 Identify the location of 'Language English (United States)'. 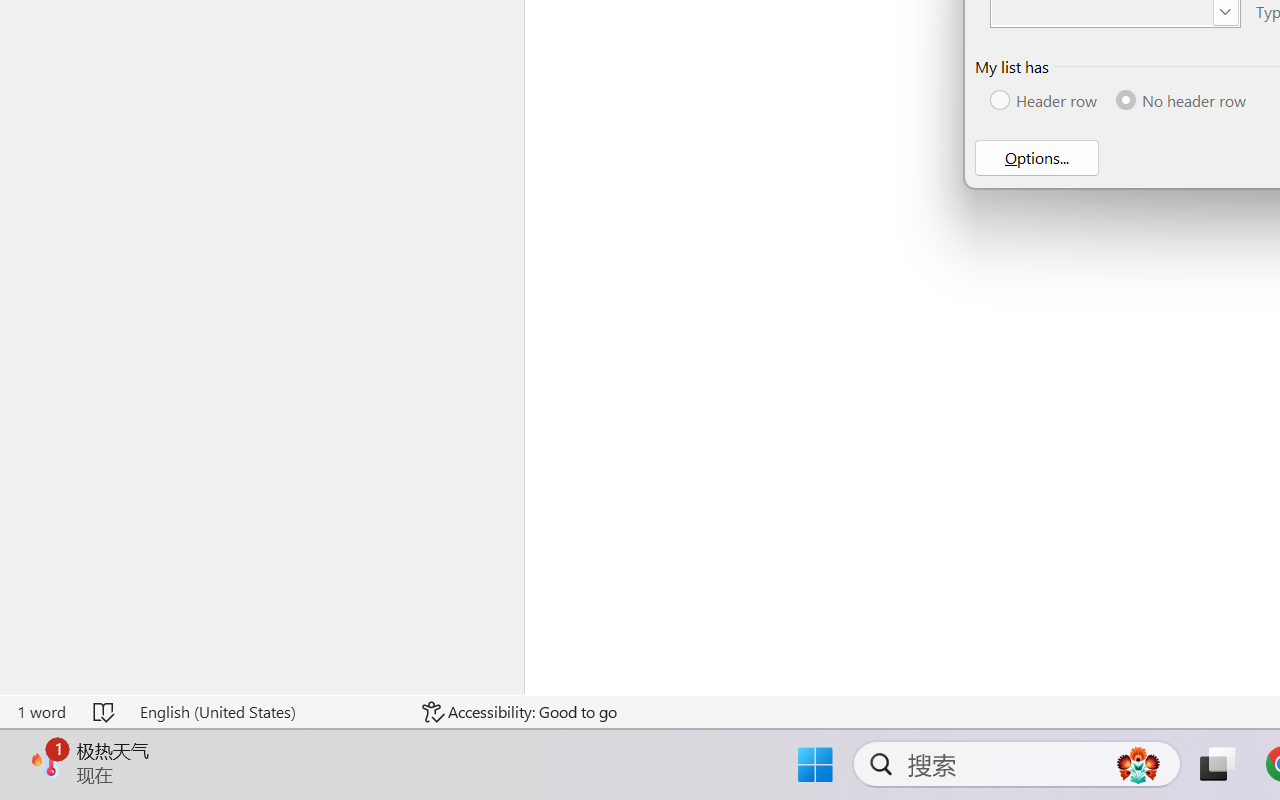
(266, 711).